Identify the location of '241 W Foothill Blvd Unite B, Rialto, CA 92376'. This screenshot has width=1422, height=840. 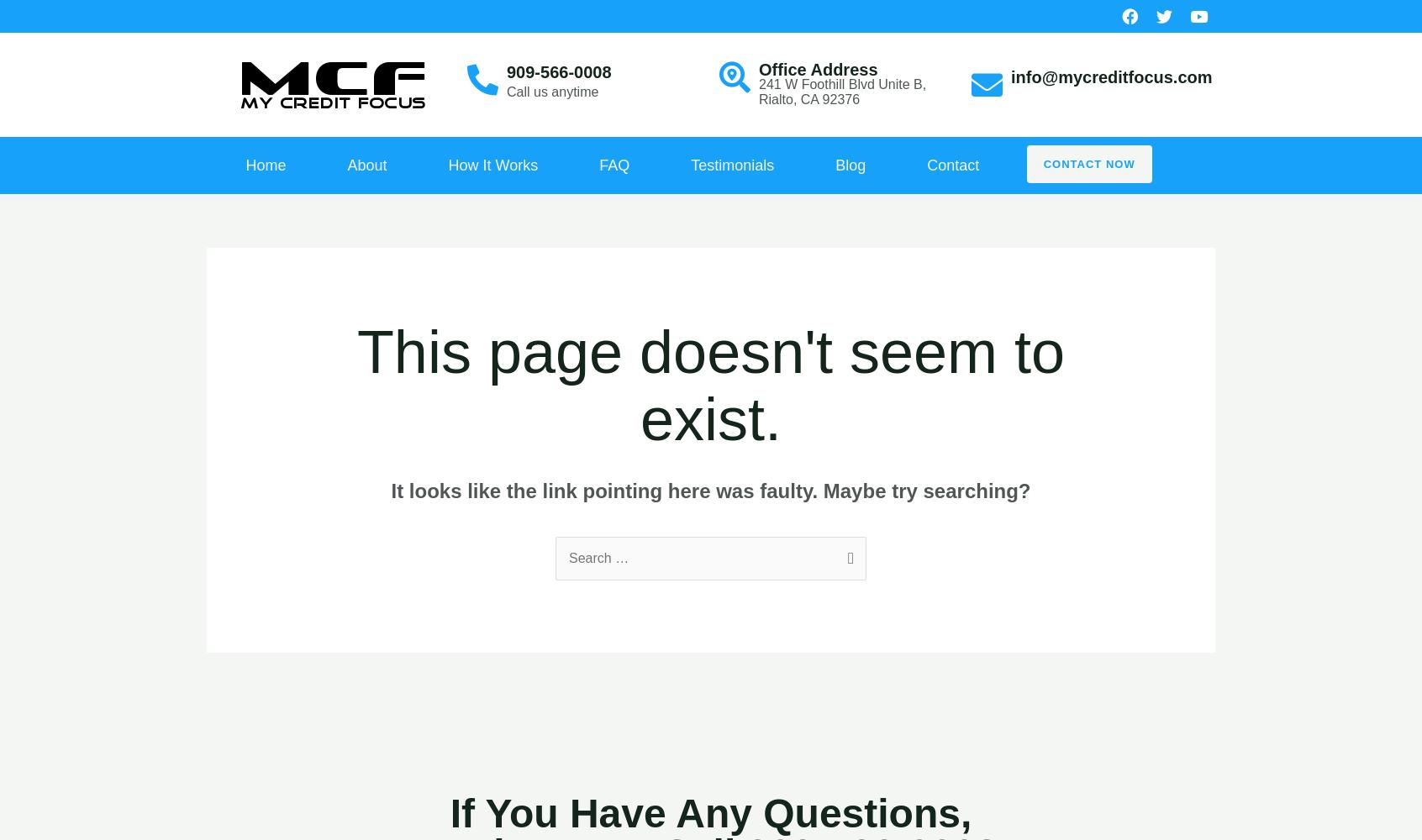
(758, 91).